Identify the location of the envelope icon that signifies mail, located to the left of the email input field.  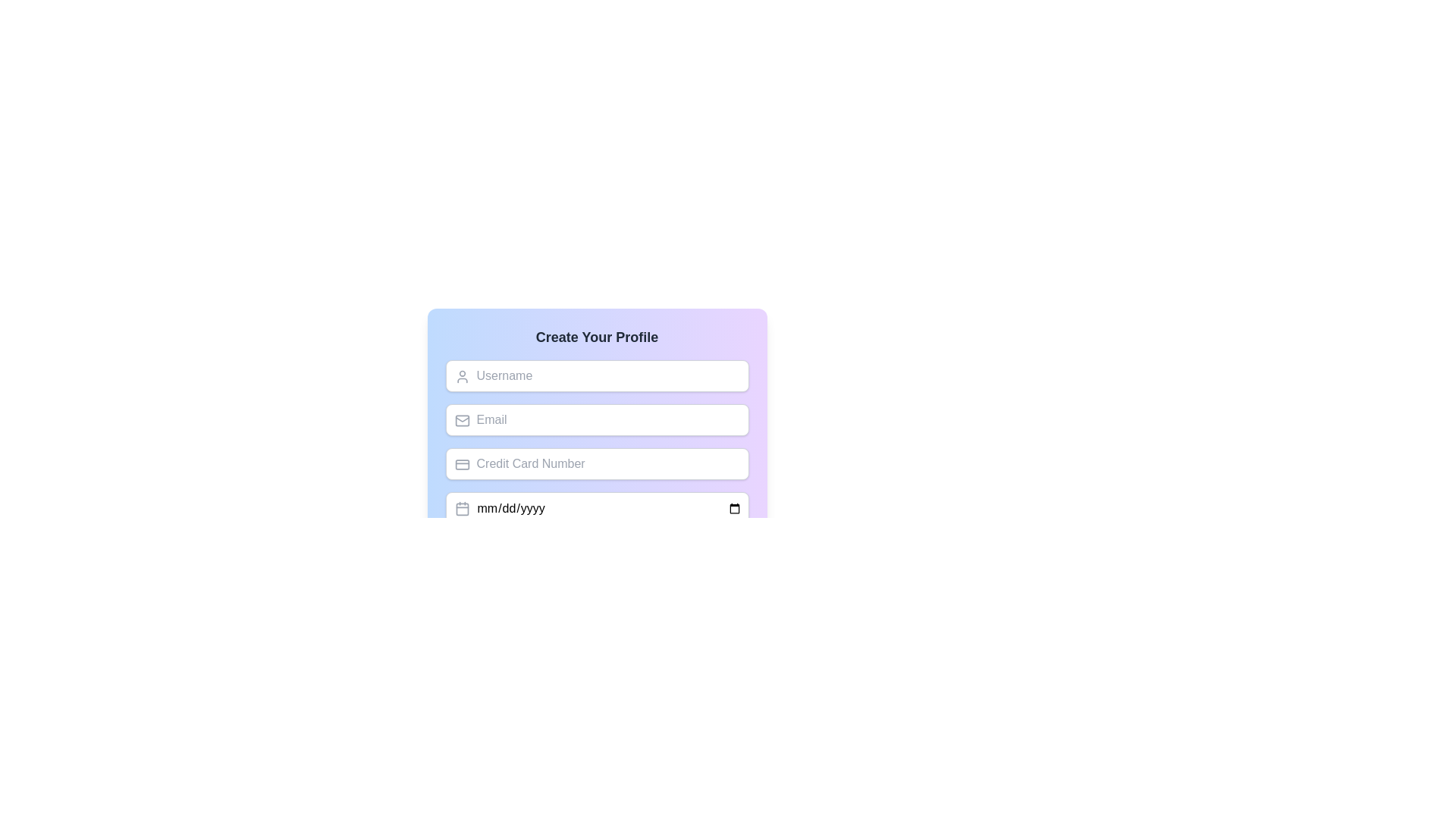
(461, 421).